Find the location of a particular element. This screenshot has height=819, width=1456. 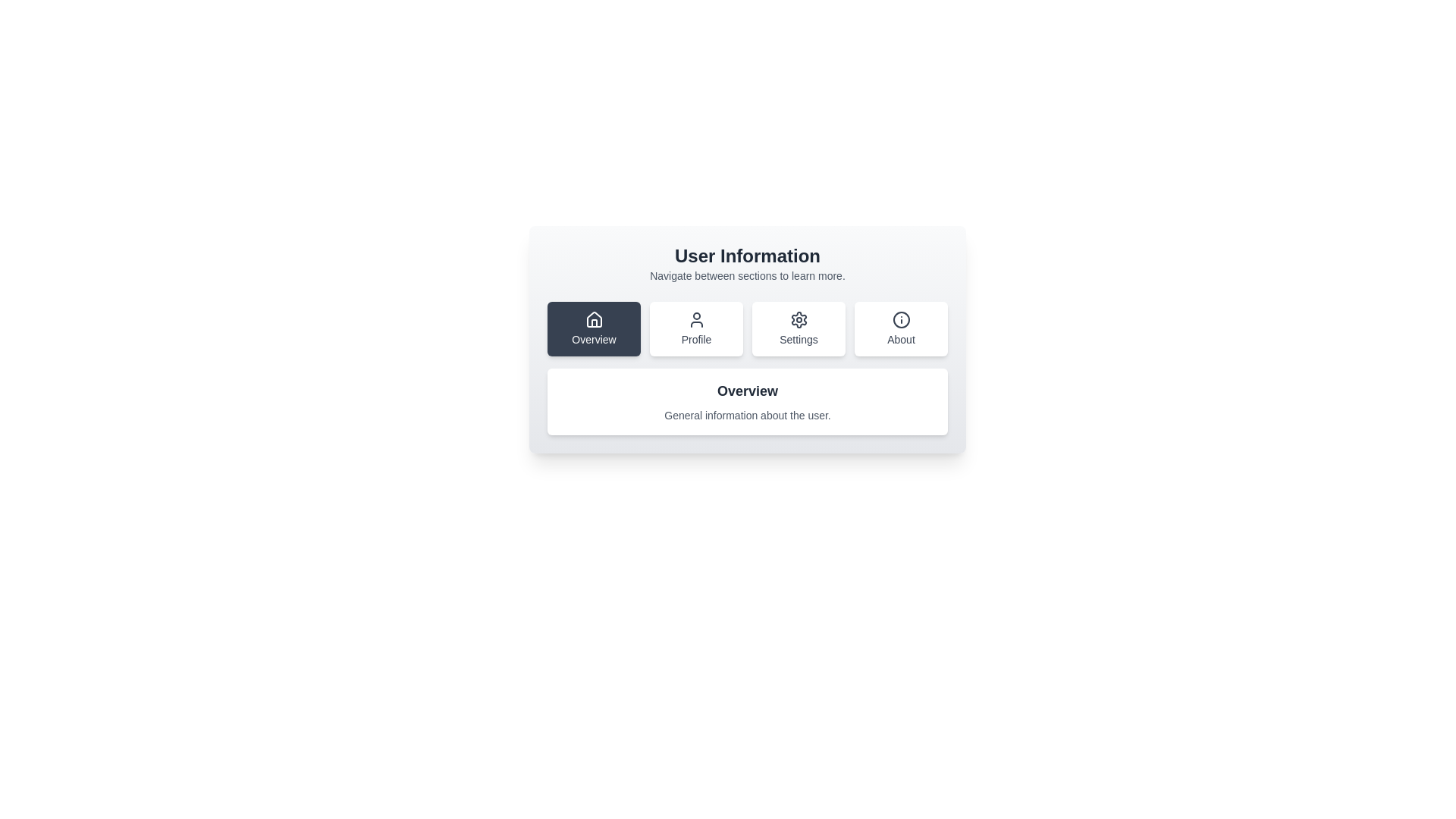

keyboard navigation is located at coordinates (593, 328).